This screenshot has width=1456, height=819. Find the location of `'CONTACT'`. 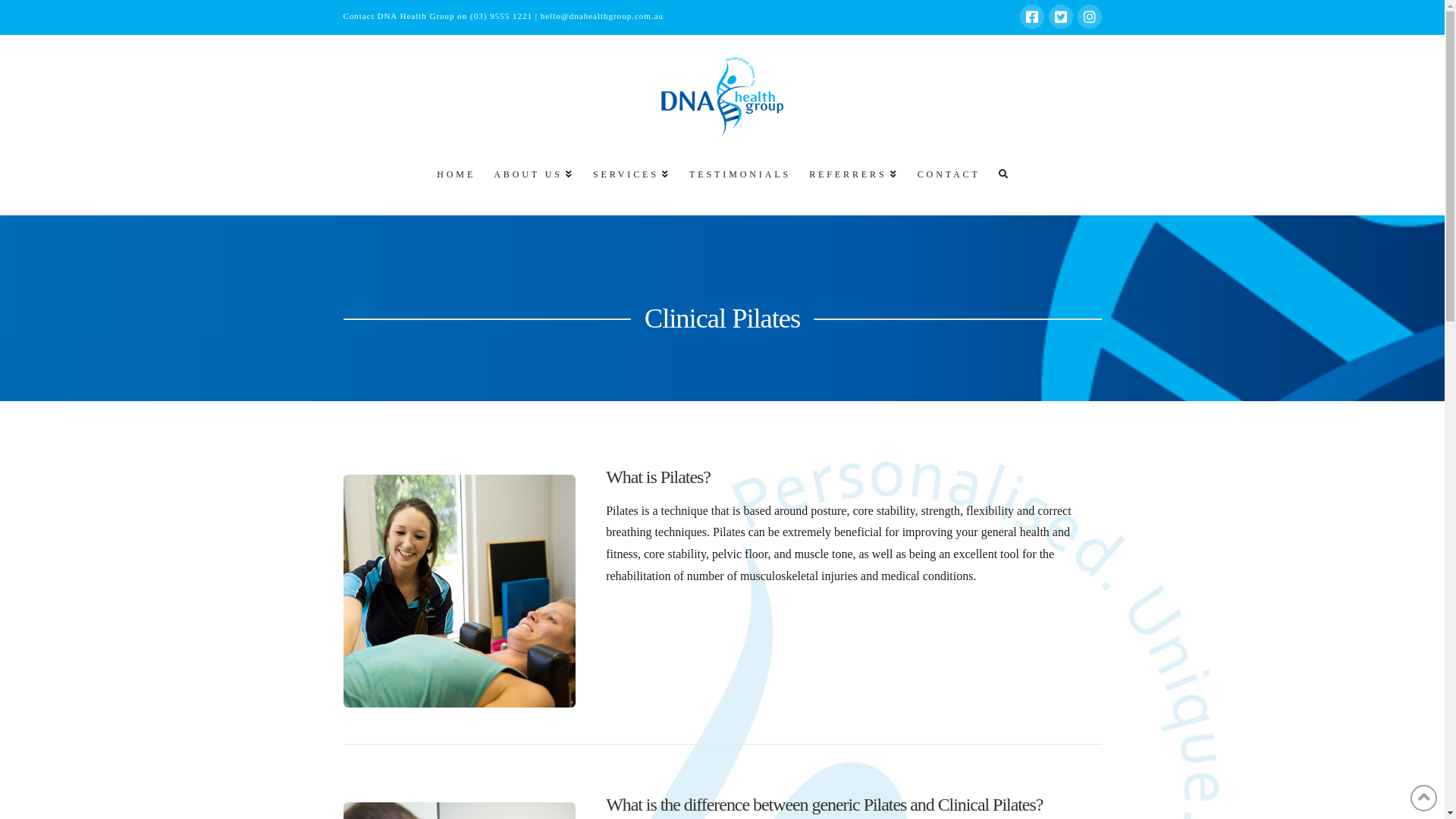

'CONTACT' is located at coordinates (946, 180).